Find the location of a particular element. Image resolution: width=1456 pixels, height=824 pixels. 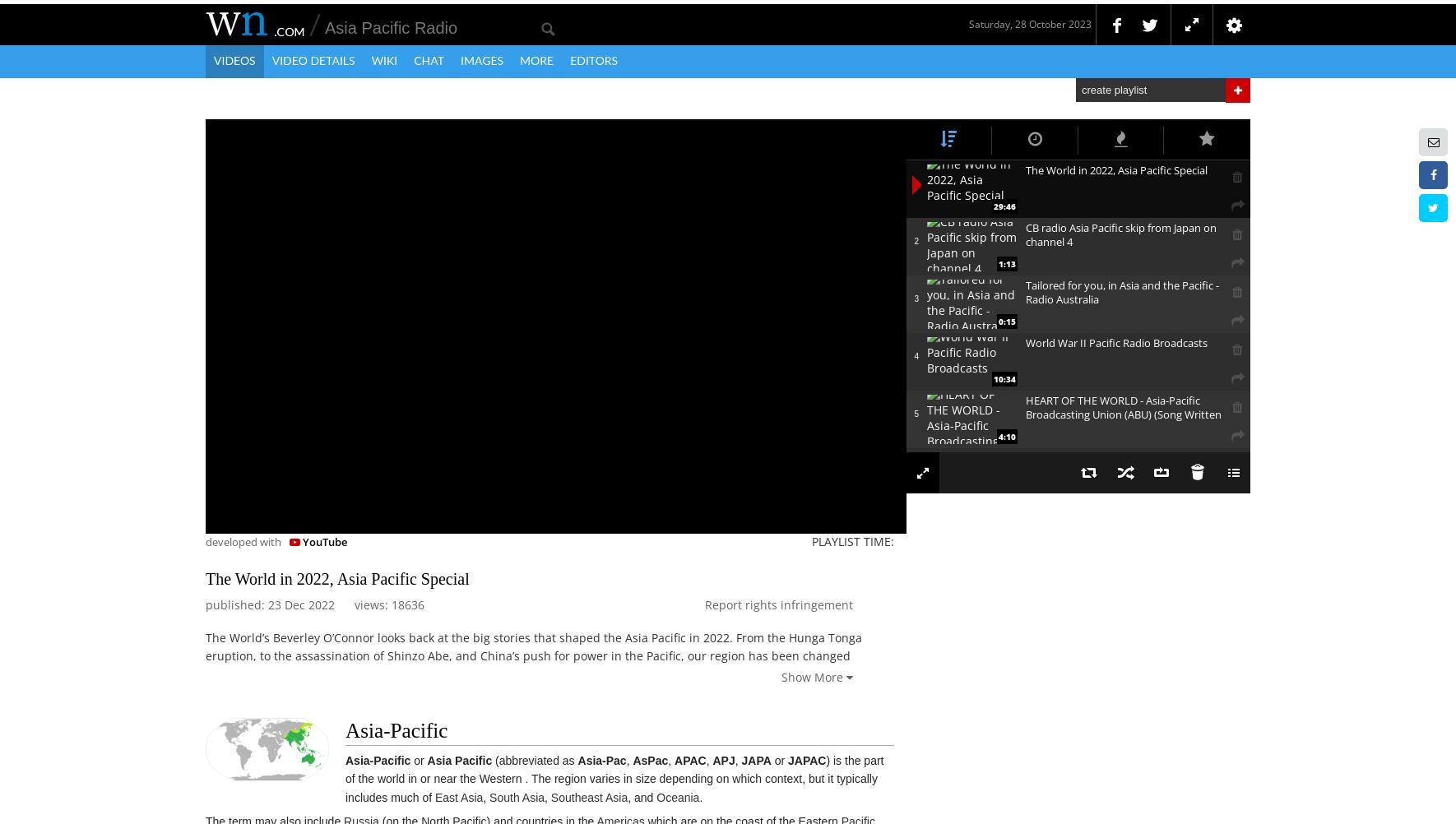

'clear playlist' is located at coordinates (1208, 504).